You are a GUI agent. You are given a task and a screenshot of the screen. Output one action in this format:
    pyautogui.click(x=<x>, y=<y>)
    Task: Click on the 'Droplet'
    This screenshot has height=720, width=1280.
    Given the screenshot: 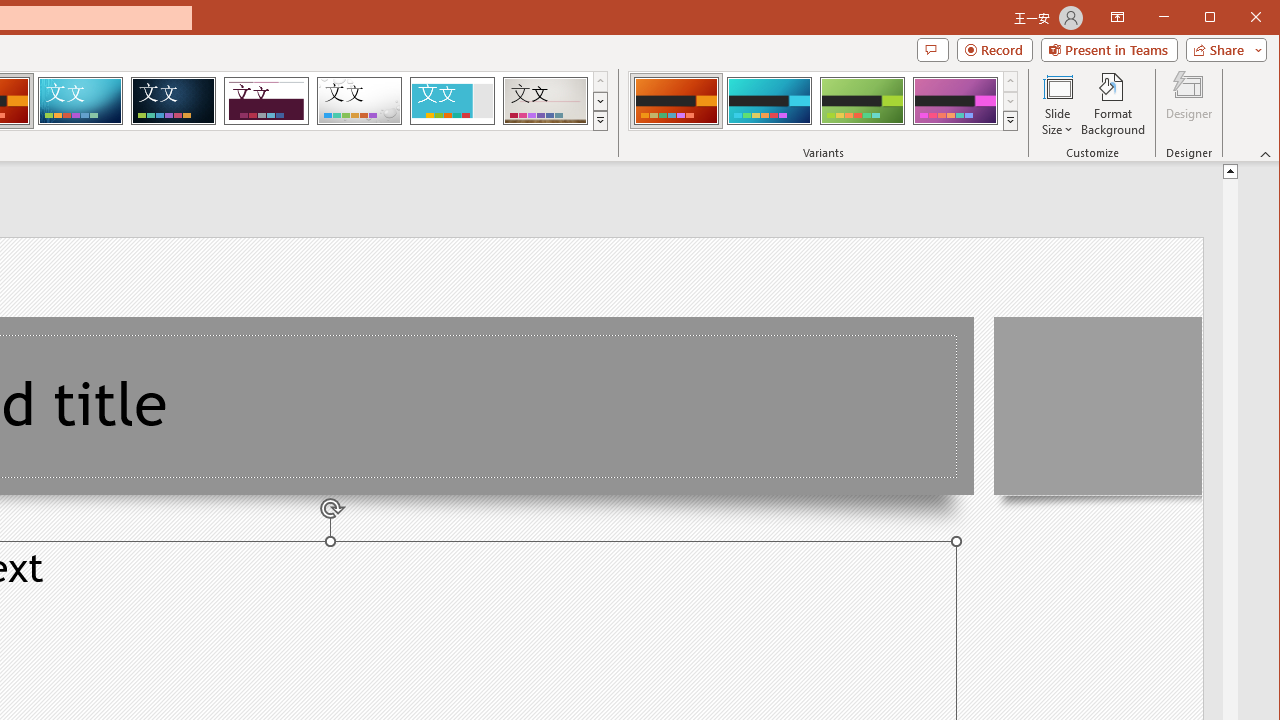 What is the action you would take?
    pyautogui.click(x=359, y=100)
    